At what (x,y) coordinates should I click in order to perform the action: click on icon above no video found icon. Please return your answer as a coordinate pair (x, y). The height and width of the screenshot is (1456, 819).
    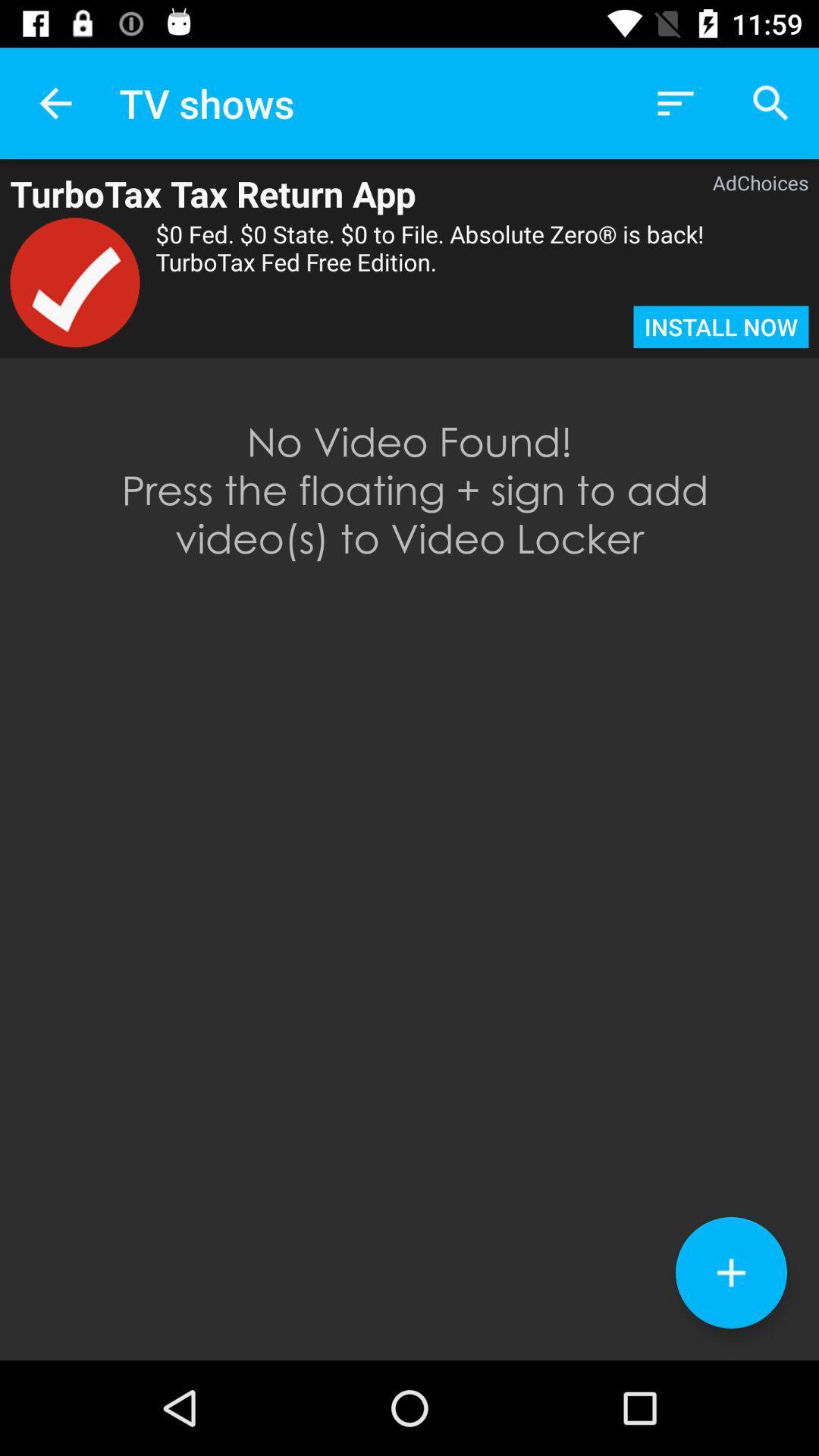
    Looking at the image, I should click on (720, 326).